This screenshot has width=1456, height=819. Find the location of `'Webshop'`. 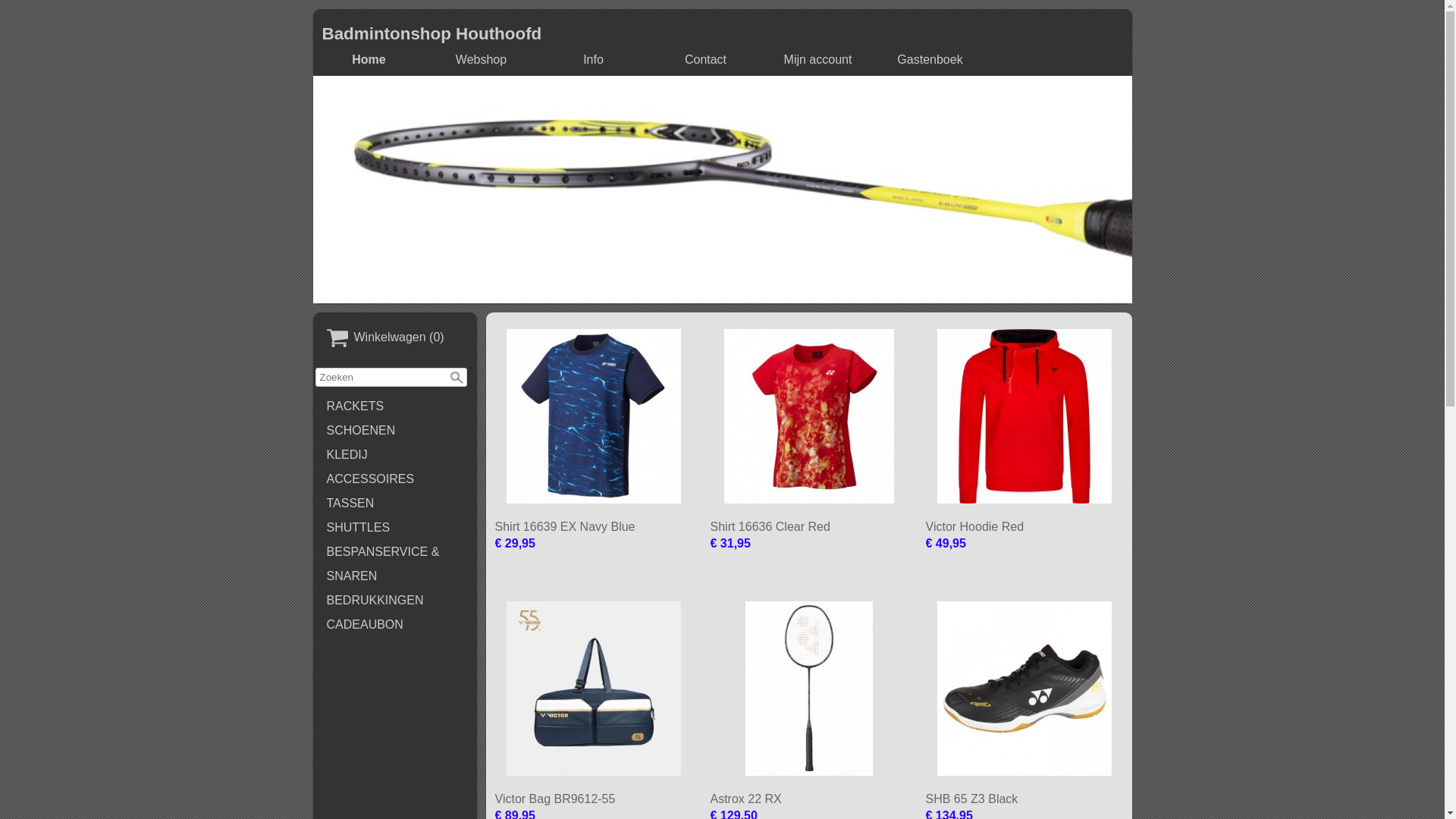

'Webshop' is located at coordinates (480, 58).